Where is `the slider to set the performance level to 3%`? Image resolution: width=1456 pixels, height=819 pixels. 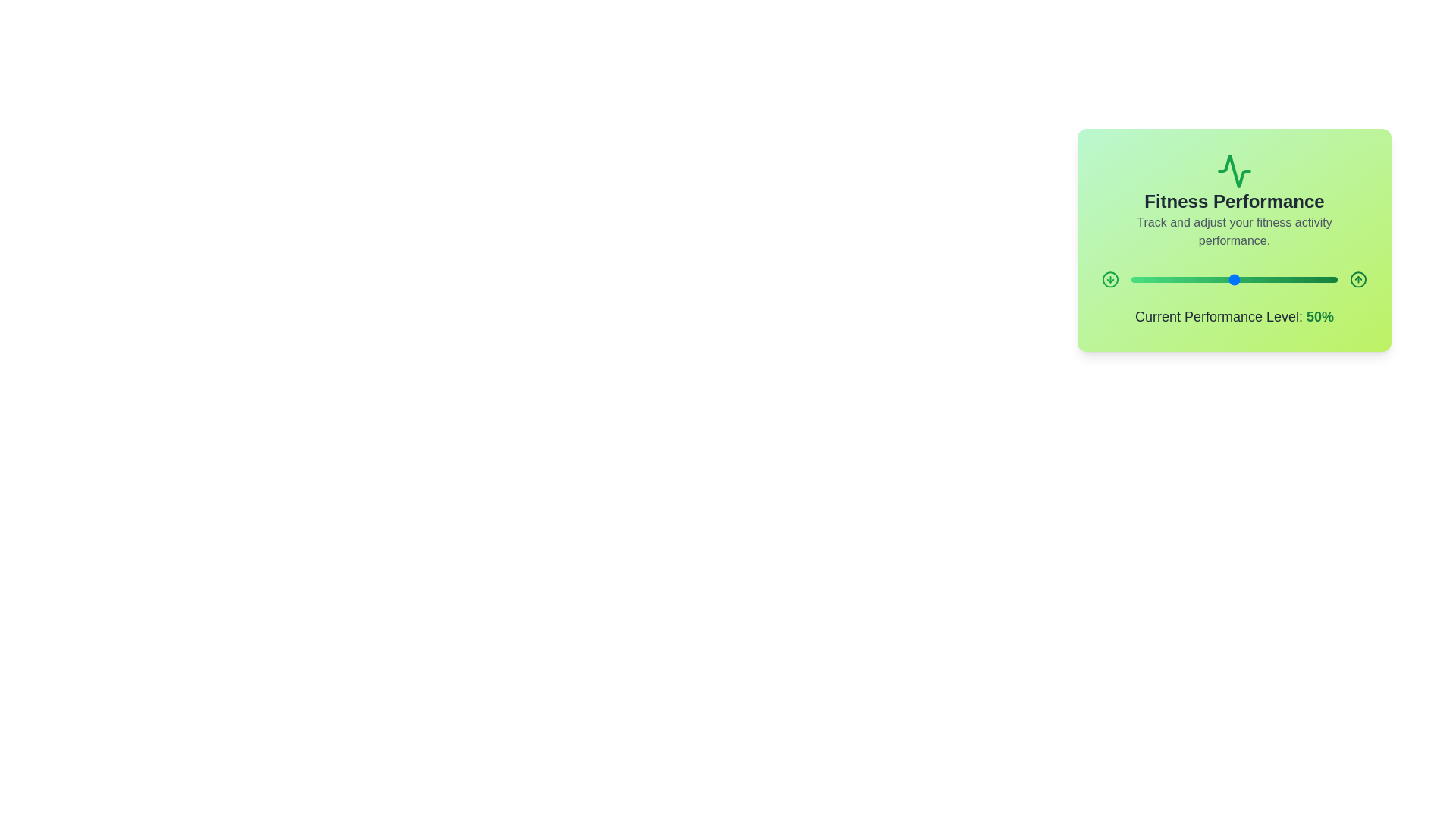 the slider to set the performance level to 3% is located at coordinates (1137, 280).